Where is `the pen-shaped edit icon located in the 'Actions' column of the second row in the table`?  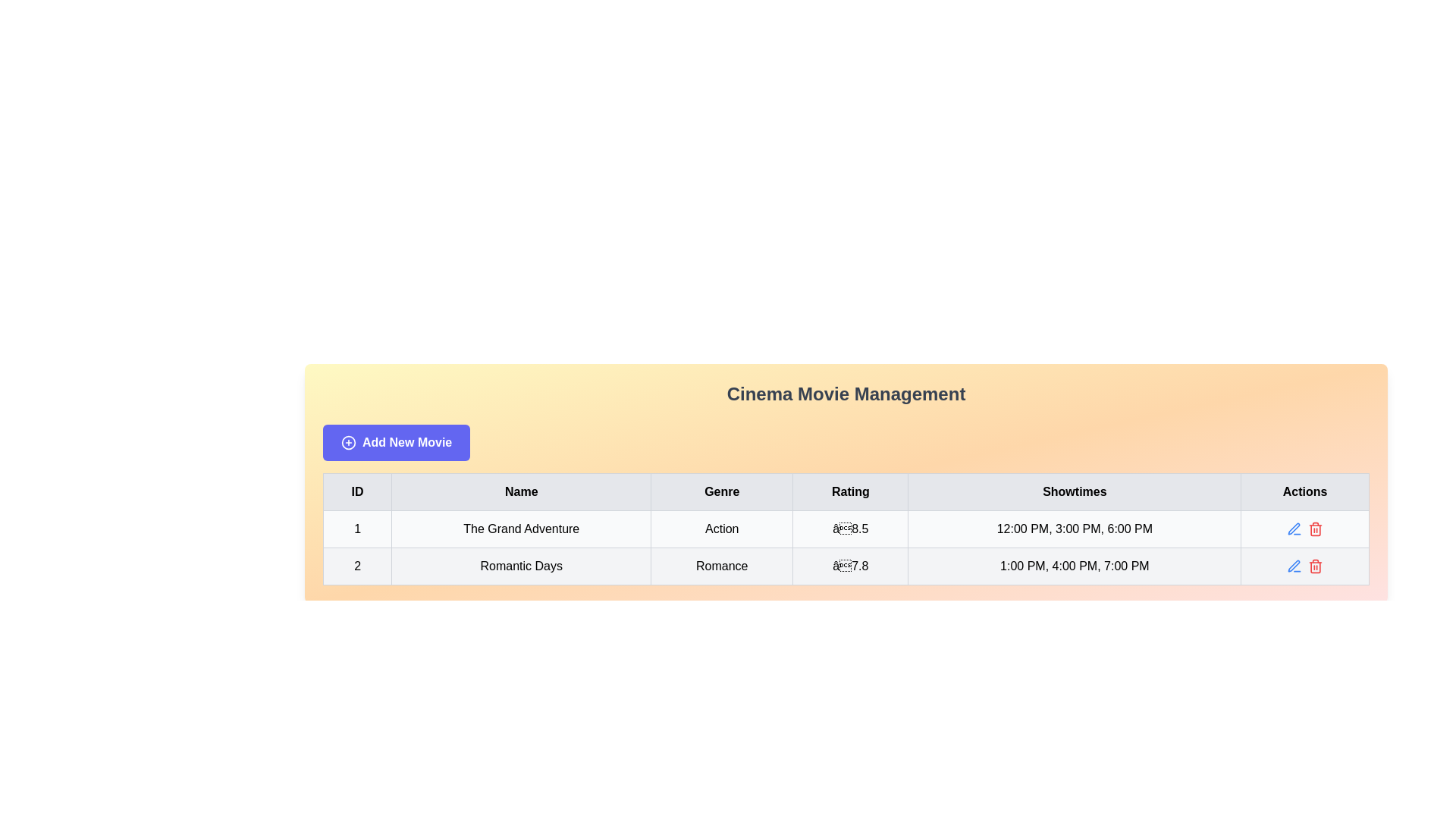 the pen-shaped edit icon located in the 'Actions' column of the second row in the table is located at coordinates (1294, 566).